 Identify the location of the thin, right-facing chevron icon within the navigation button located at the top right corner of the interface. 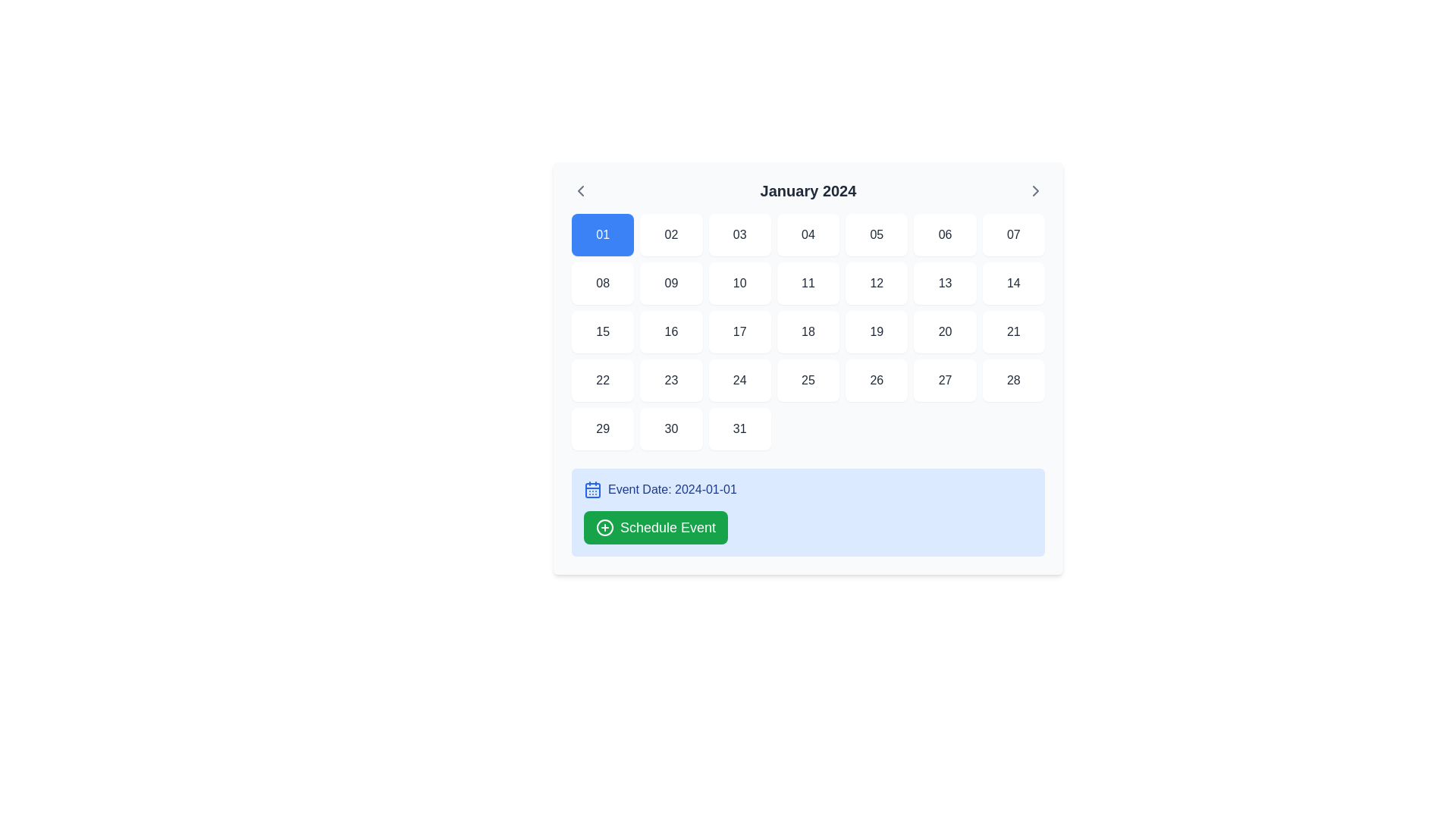
(1034, 190).